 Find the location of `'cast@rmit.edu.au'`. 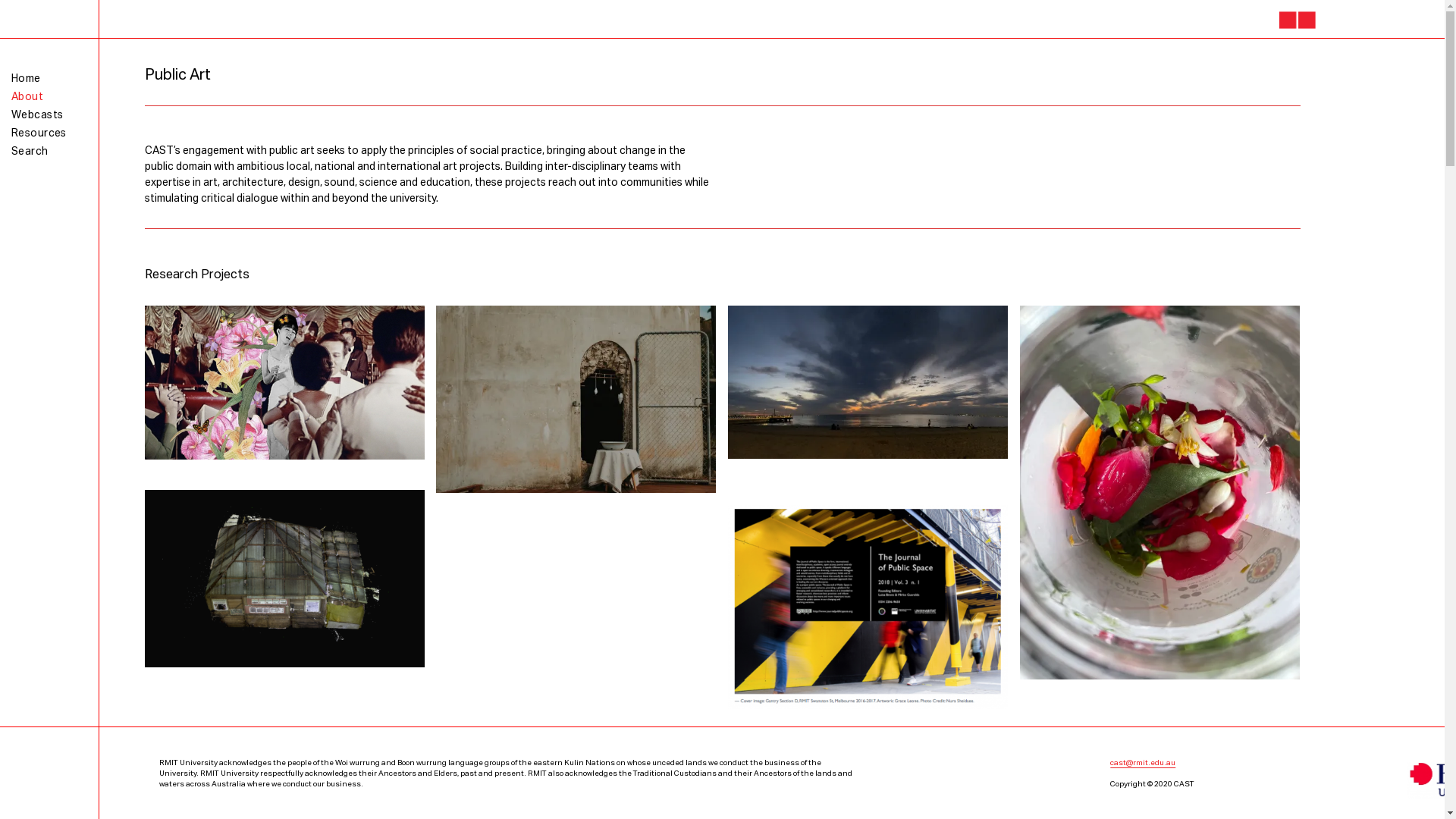

'cast@rmit.edu.au' is located at coordinates (1143, 763).